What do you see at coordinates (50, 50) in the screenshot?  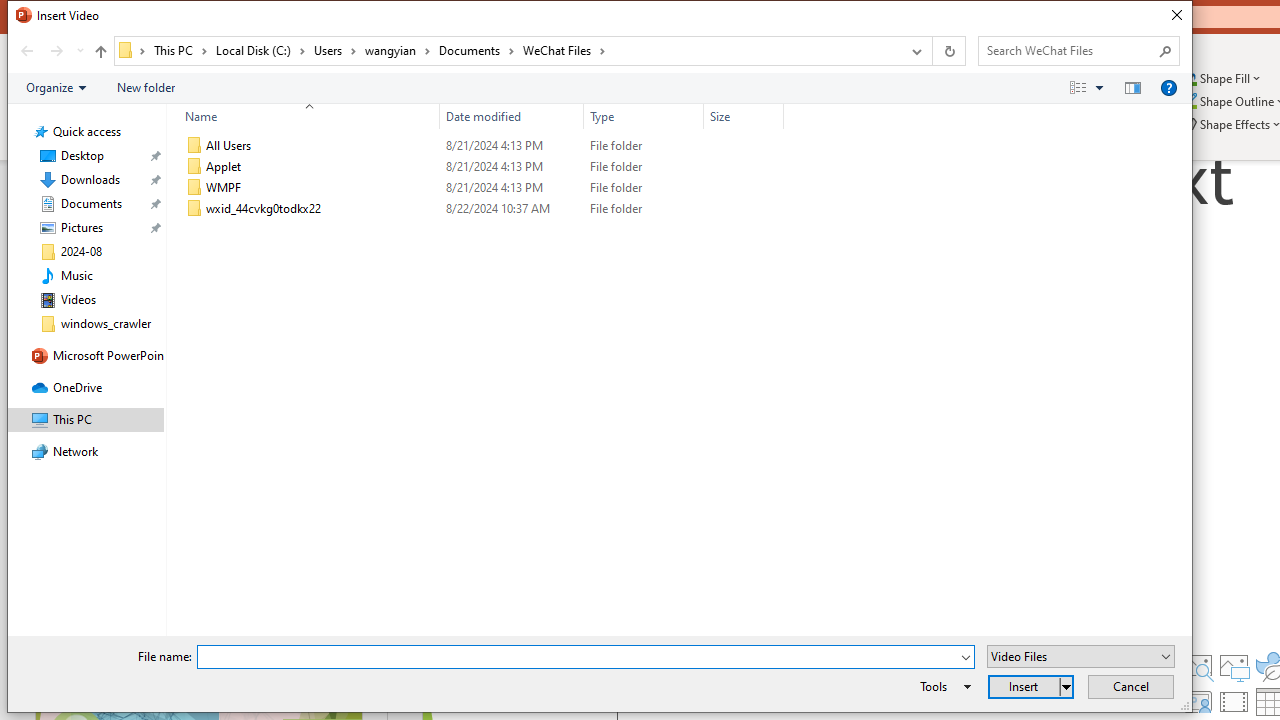 I see `'Navigation buttons'` at bounding box center [50, 50].